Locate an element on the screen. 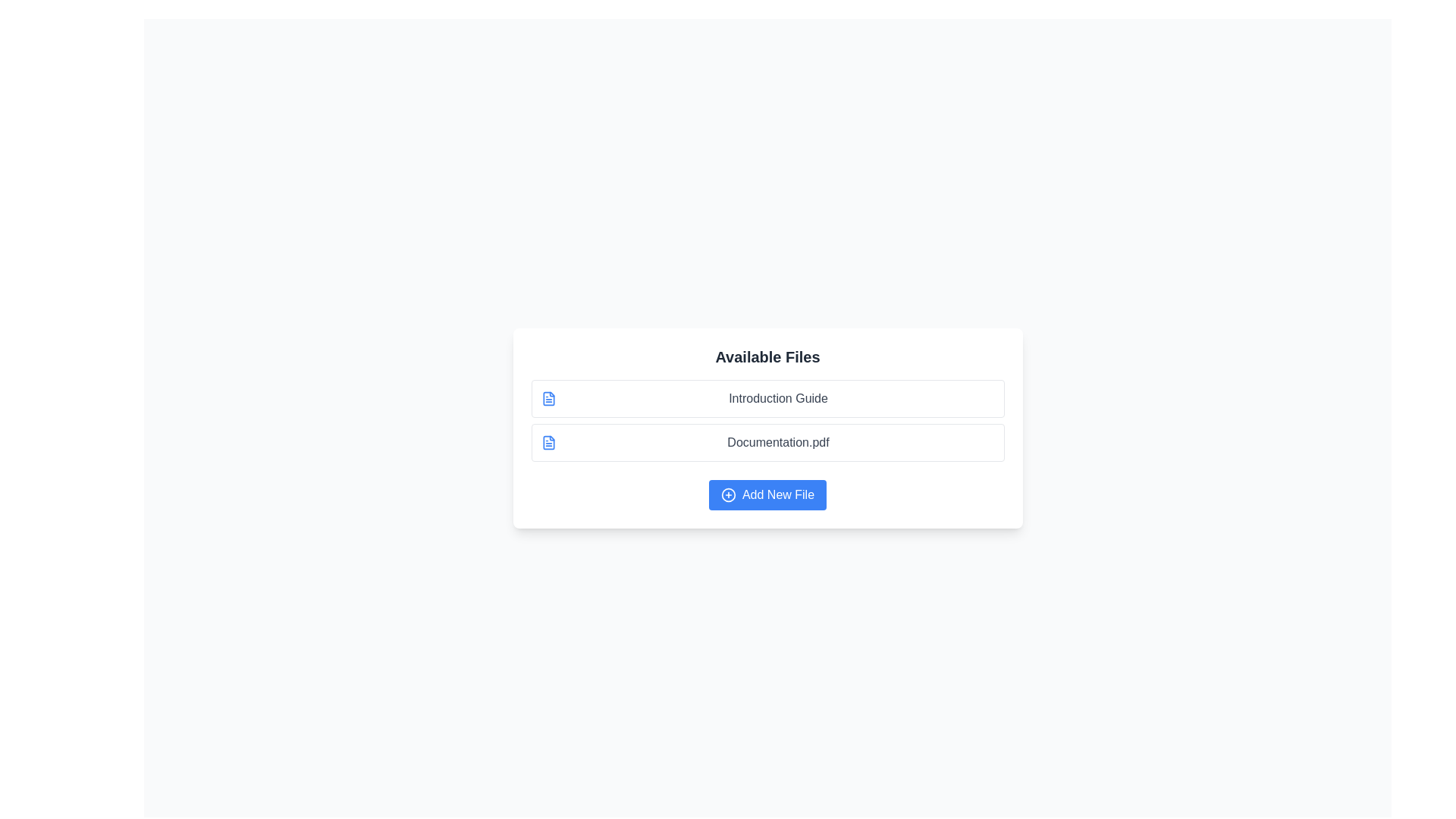 The width and height of the screenshot is (1456, 819). the 'Documentation.pdf' text display in the file listing is located at coordinates (778, 442).